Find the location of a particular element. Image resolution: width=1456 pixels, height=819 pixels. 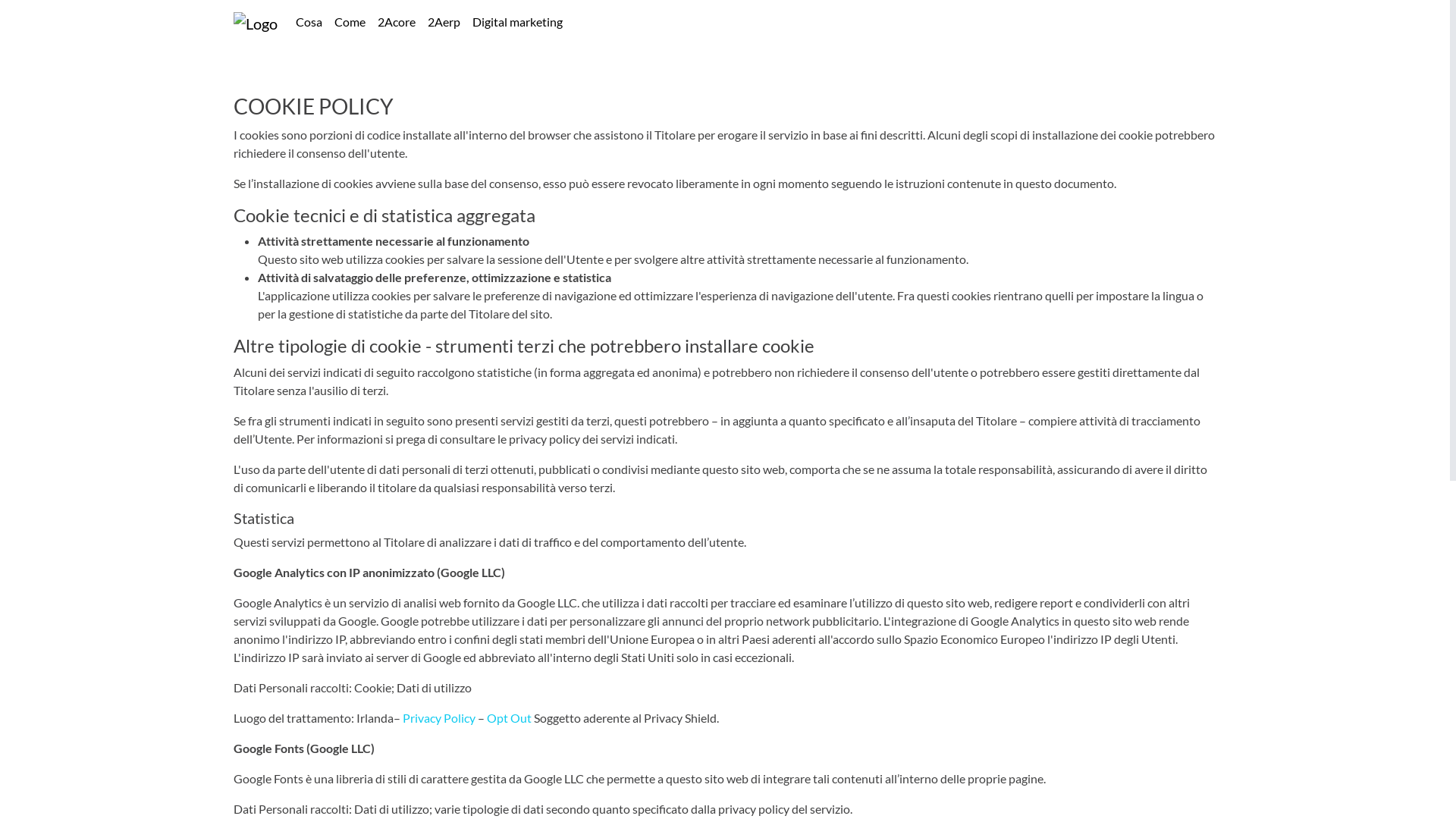

'2Aerp' is located at coordinates (443, 22).